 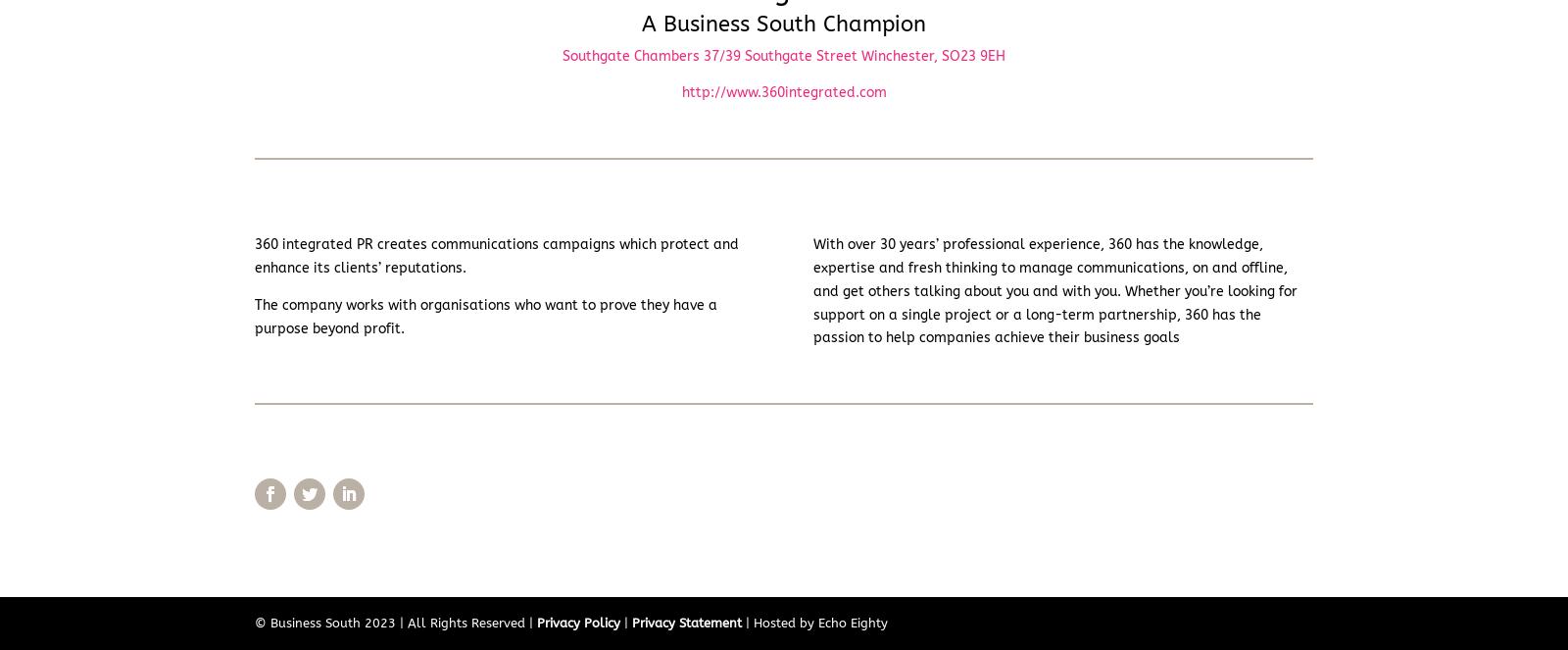 What do you see at coordinates (972, 54) in the screenshot?
I see `'SO23 9EH'` at bounding box center [972, 54].